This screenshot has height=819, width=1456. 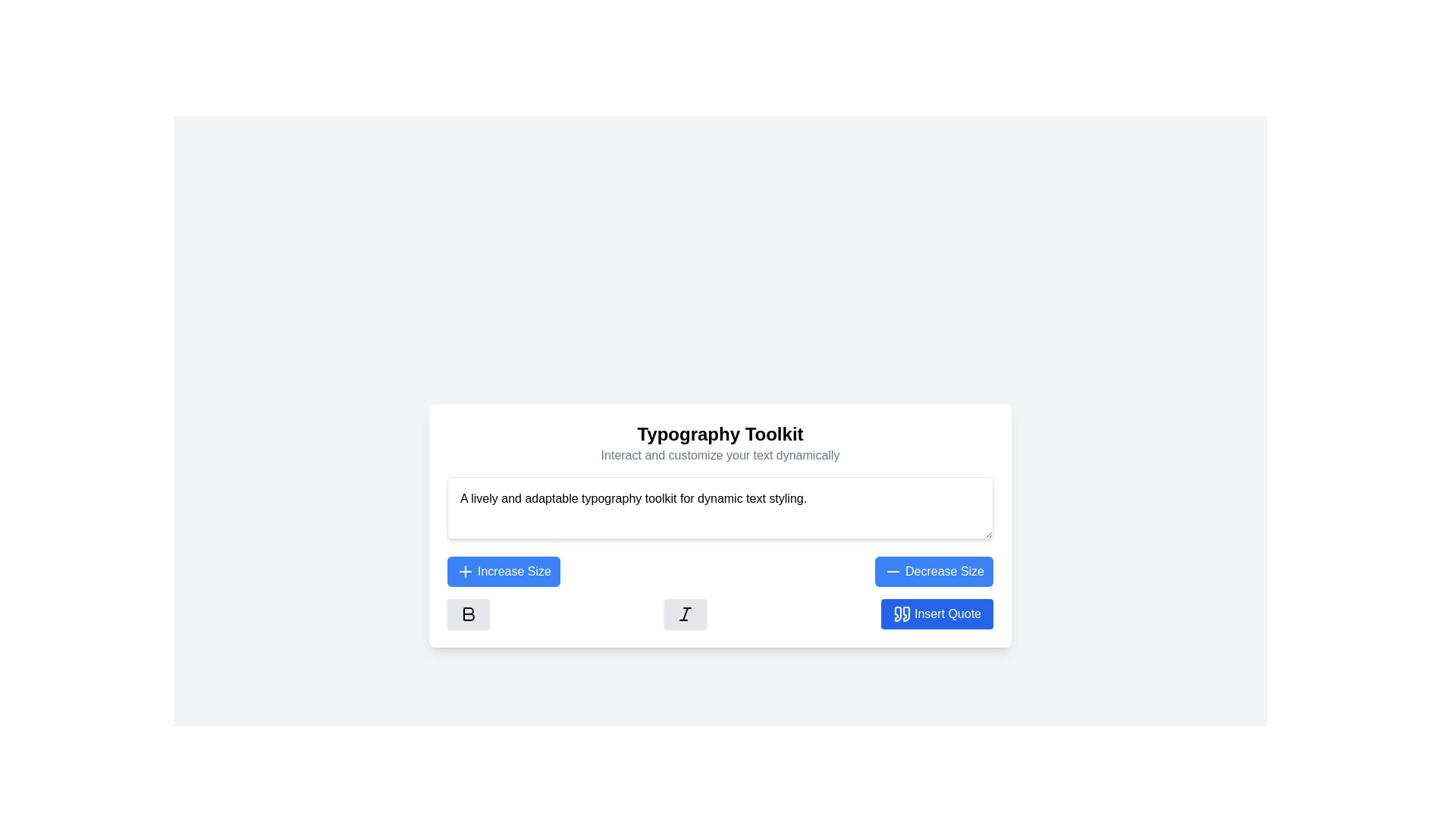 What do you see at coordinates (902, 613) in the screenshot?
I see `the stylized quotation marks icon with a blue circular background located within the 'Insert Quote' button at the bottom-right corner of the main interface` at bounding box center [902, 613].